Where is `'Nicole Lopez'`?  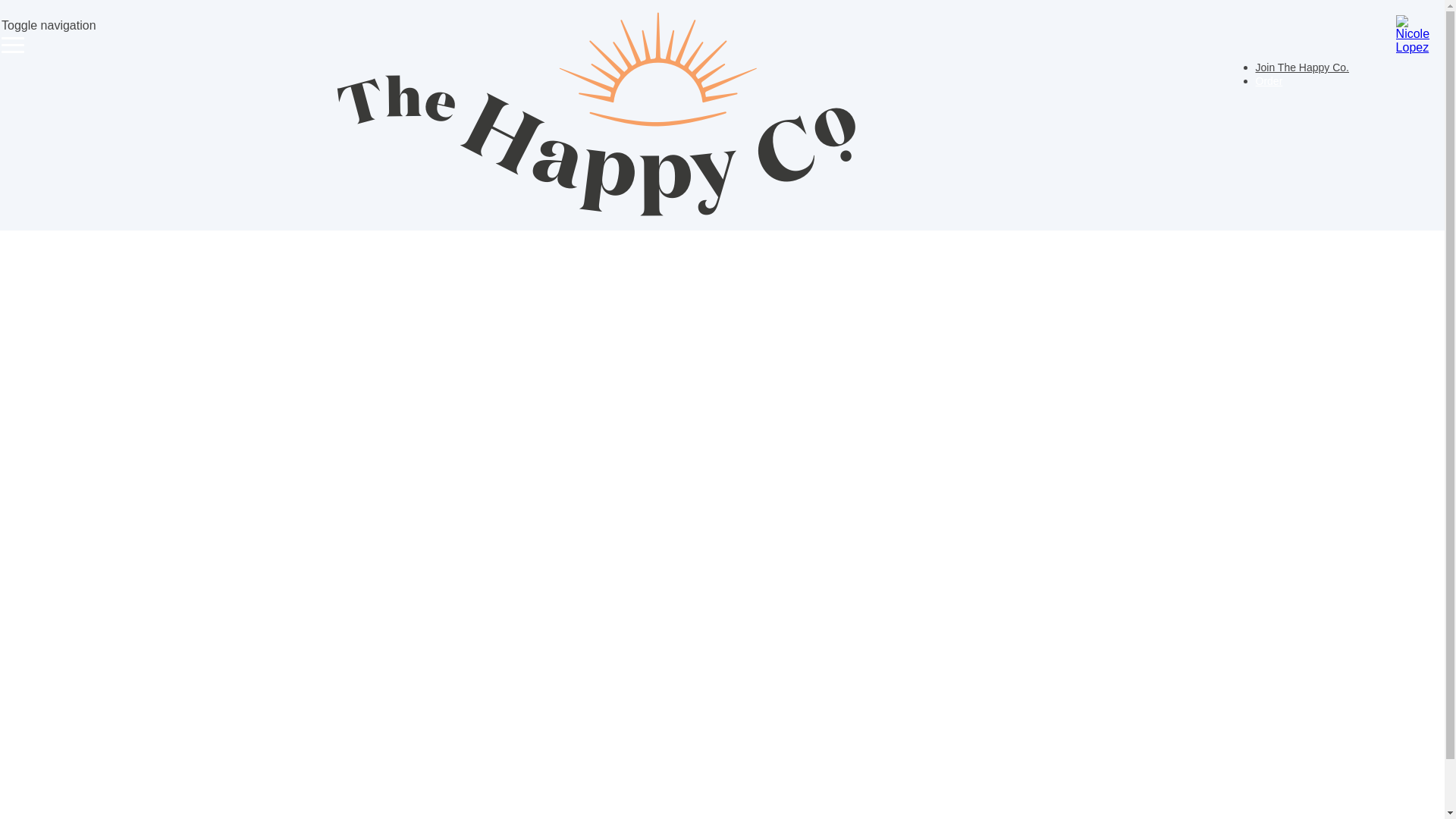 'Nicole Lopez' is located at coordinates (1395, 34).